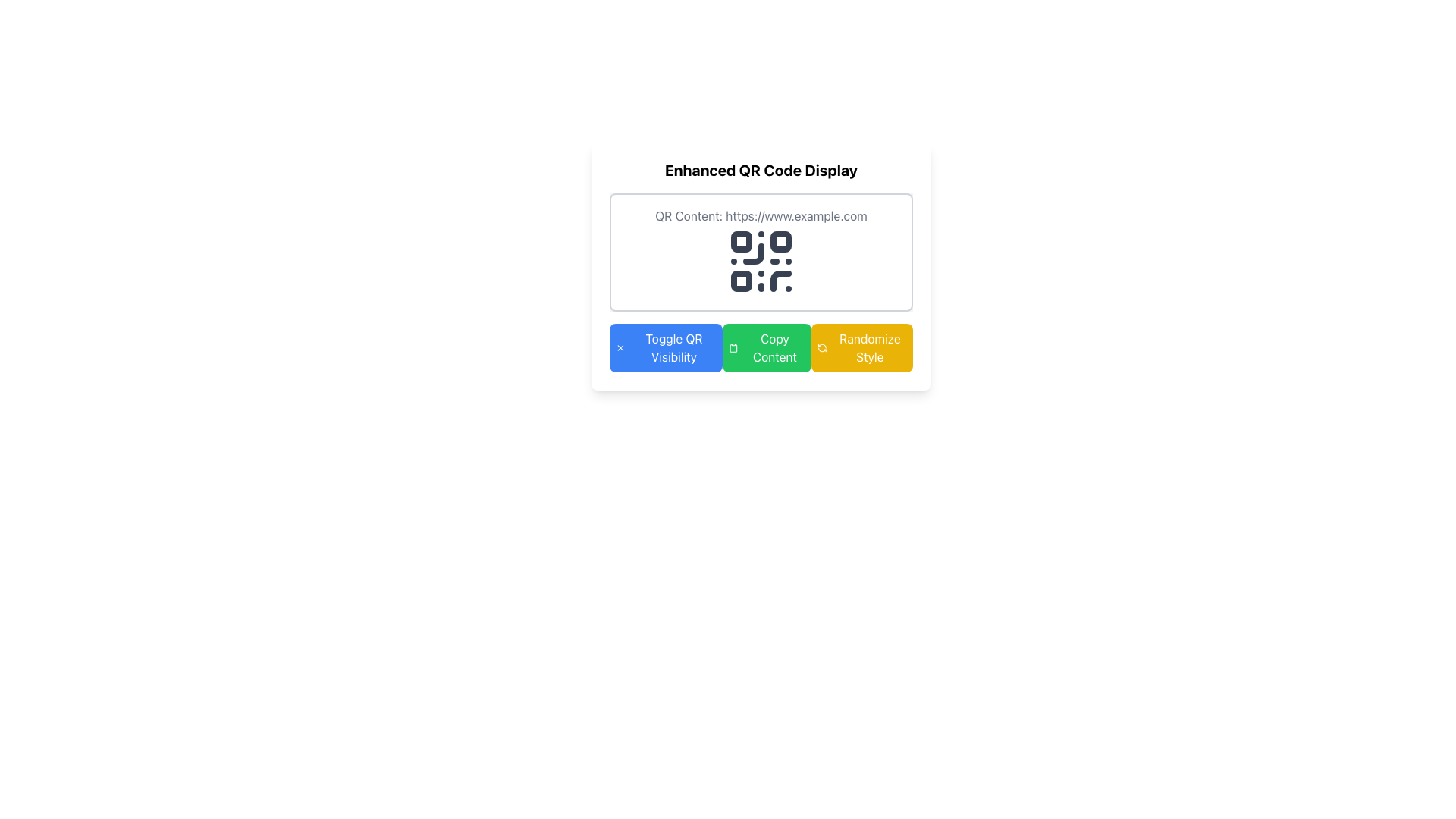 The width and height of the screenshot is (1456, 819). I want to click on the second square in the upper right corner of the QR code grid, which is a non-interactable visual element representing part of the QR code's data, so click(781, 241).